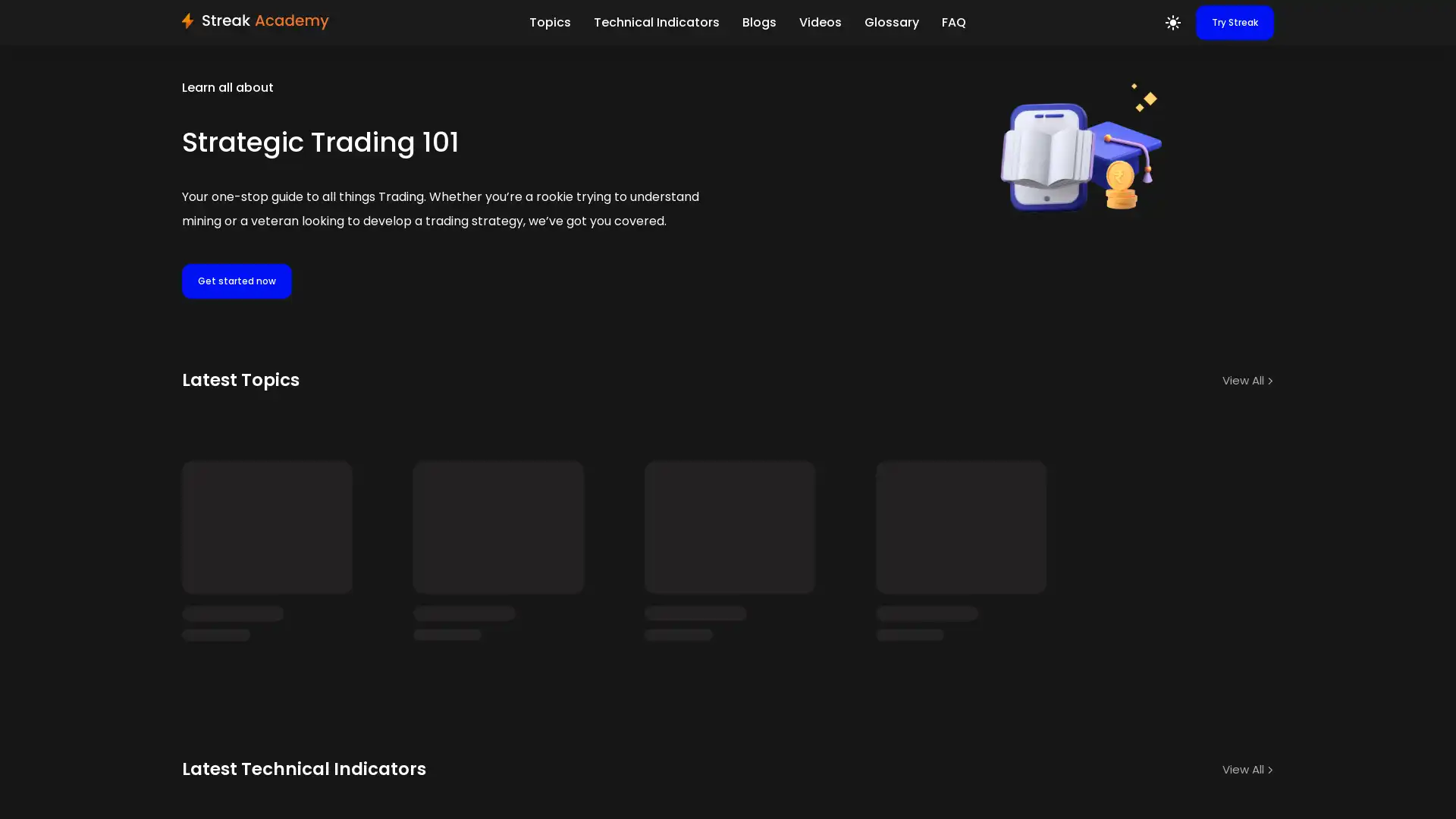 The image size is (1456, 819). What do you see at coordinates (655, 23) in the screenshot?
I see `Technical Indicators` at bounding box center [655, 23].